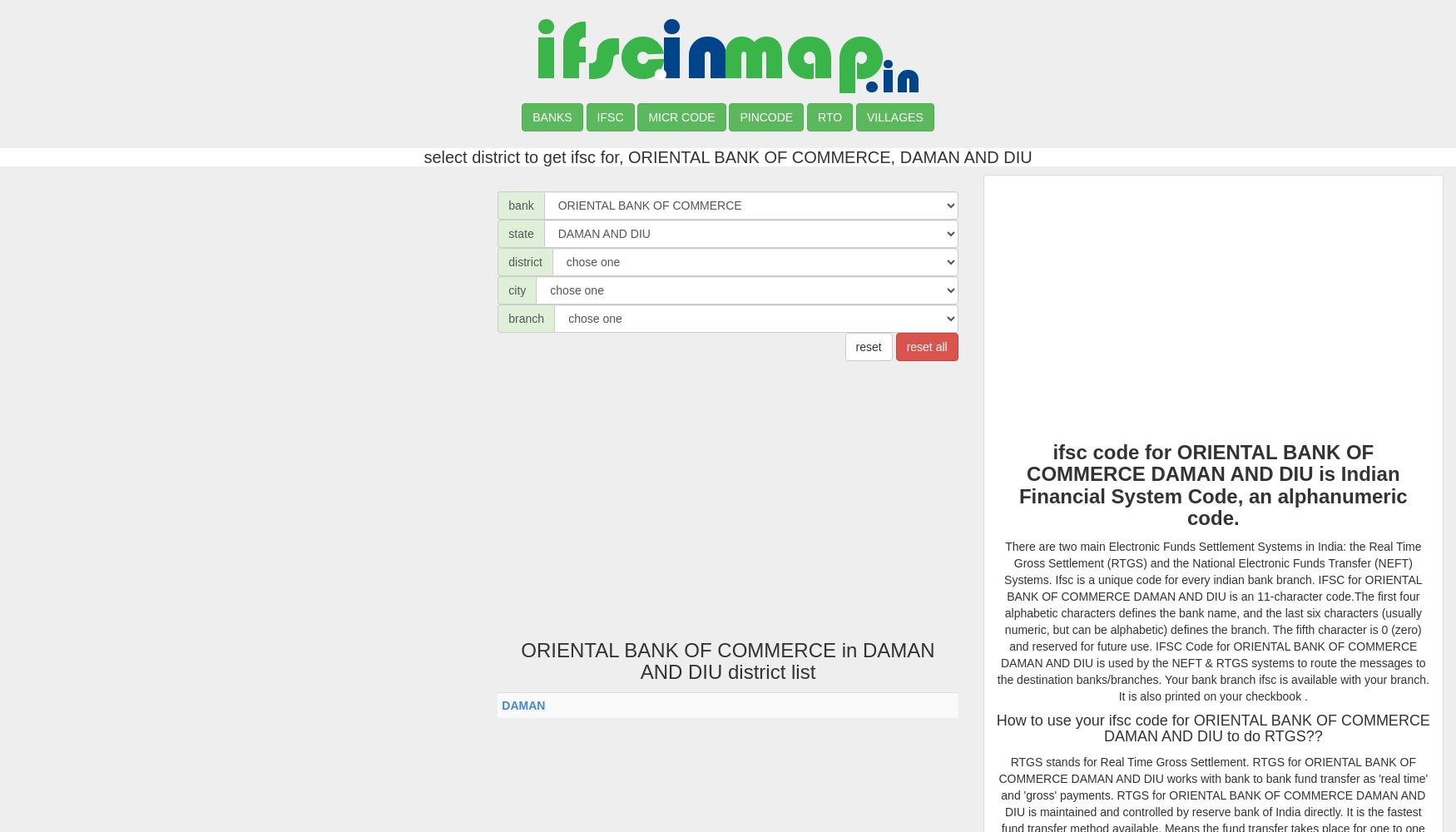 Image resolution: width=1456 pixels, height=832 pixels. What do you see at coordinates (551, 117) in the screenshot?
I see `'BANKS'` at bounding box center [551, 117].